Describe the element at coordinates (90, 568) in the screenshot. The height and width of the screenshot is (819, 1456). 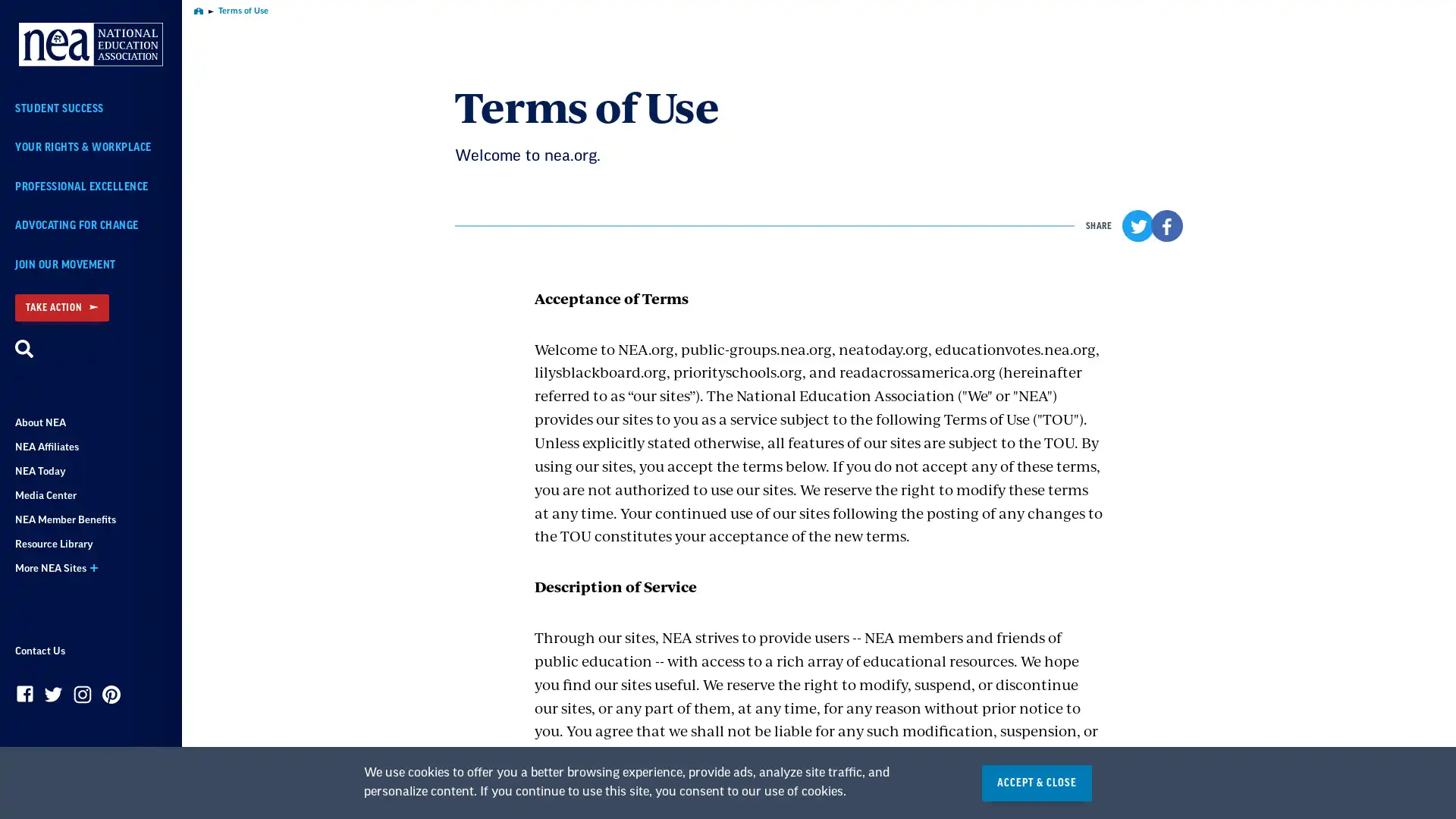
I see `More NEA Sites` at that location.